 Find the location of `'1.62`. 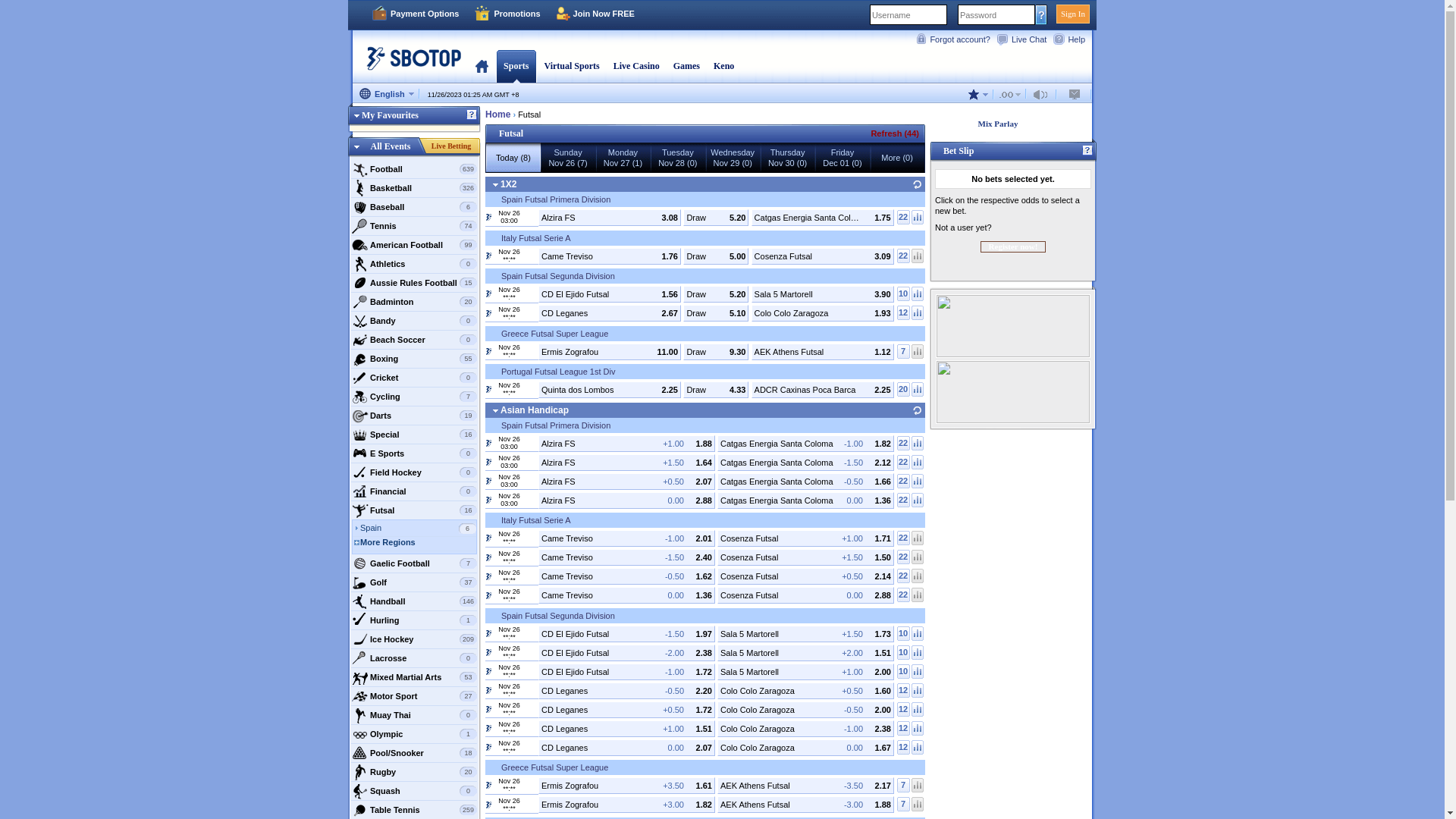

'1.62 is located at coordinates (626, 576).